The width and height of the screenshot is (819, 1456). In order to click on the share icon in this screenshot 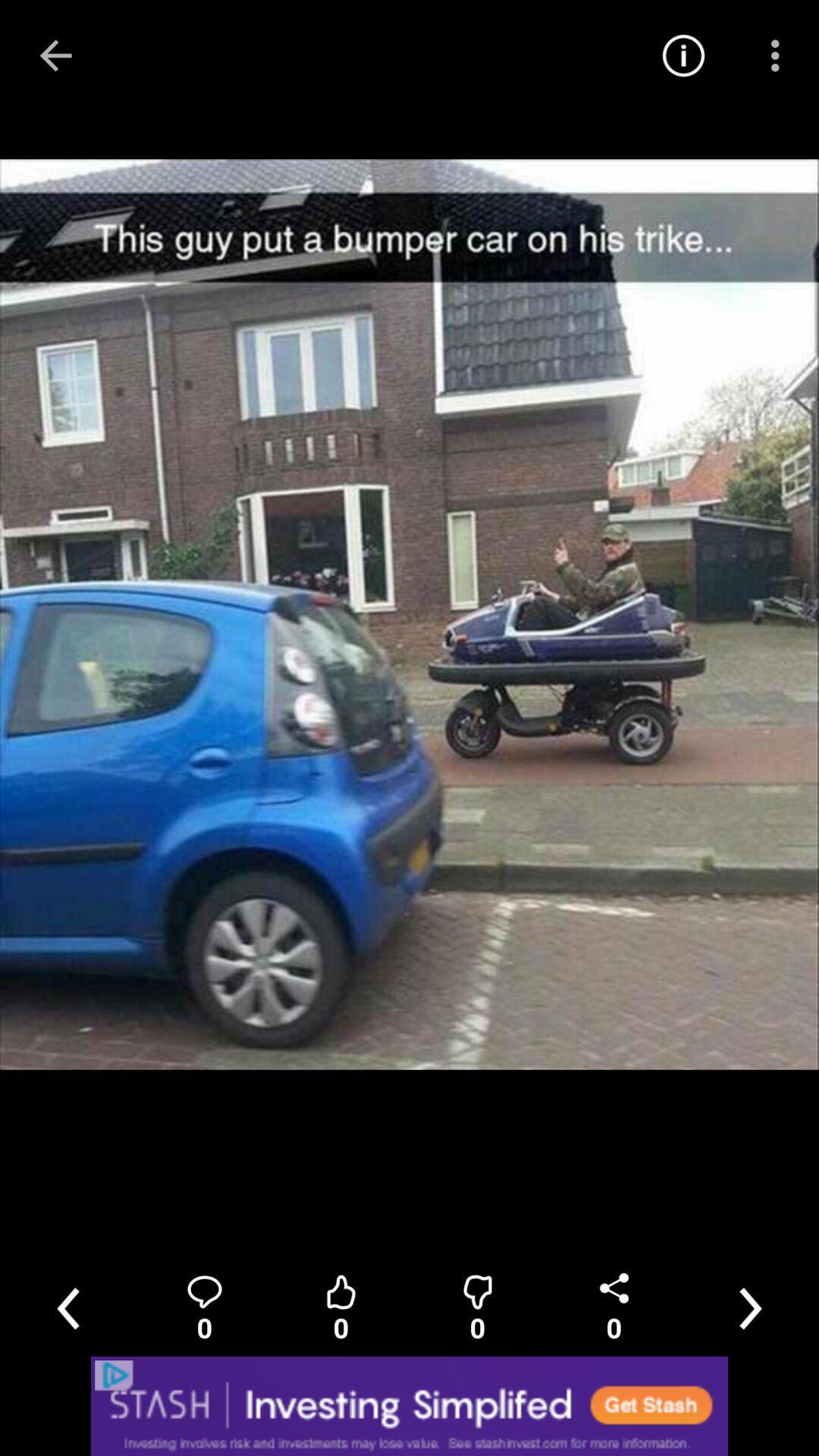, I will do `click(614, 1287)`.